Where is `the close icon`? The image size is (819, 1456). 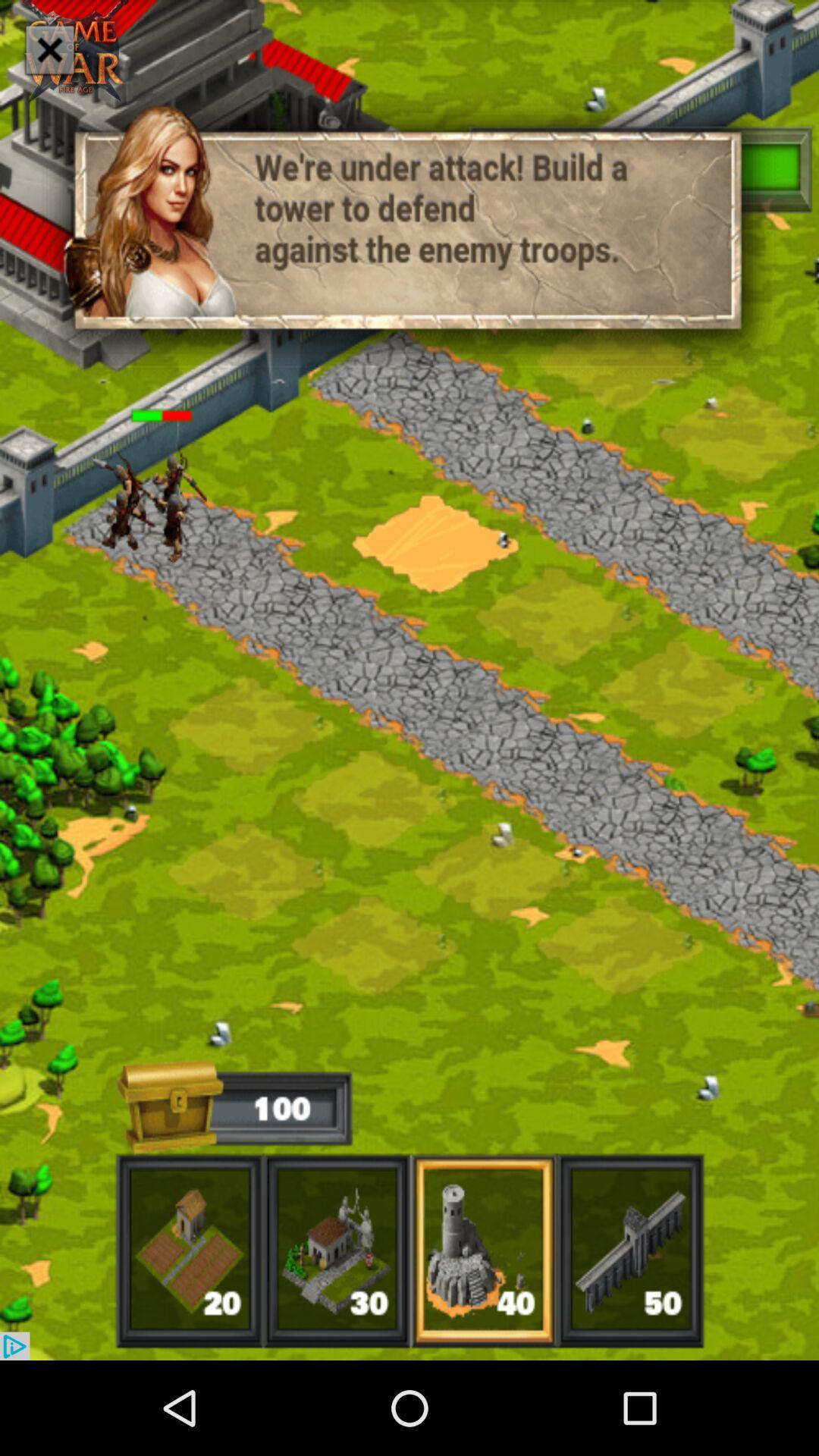 the close icon is located at coordinates (69, 74).